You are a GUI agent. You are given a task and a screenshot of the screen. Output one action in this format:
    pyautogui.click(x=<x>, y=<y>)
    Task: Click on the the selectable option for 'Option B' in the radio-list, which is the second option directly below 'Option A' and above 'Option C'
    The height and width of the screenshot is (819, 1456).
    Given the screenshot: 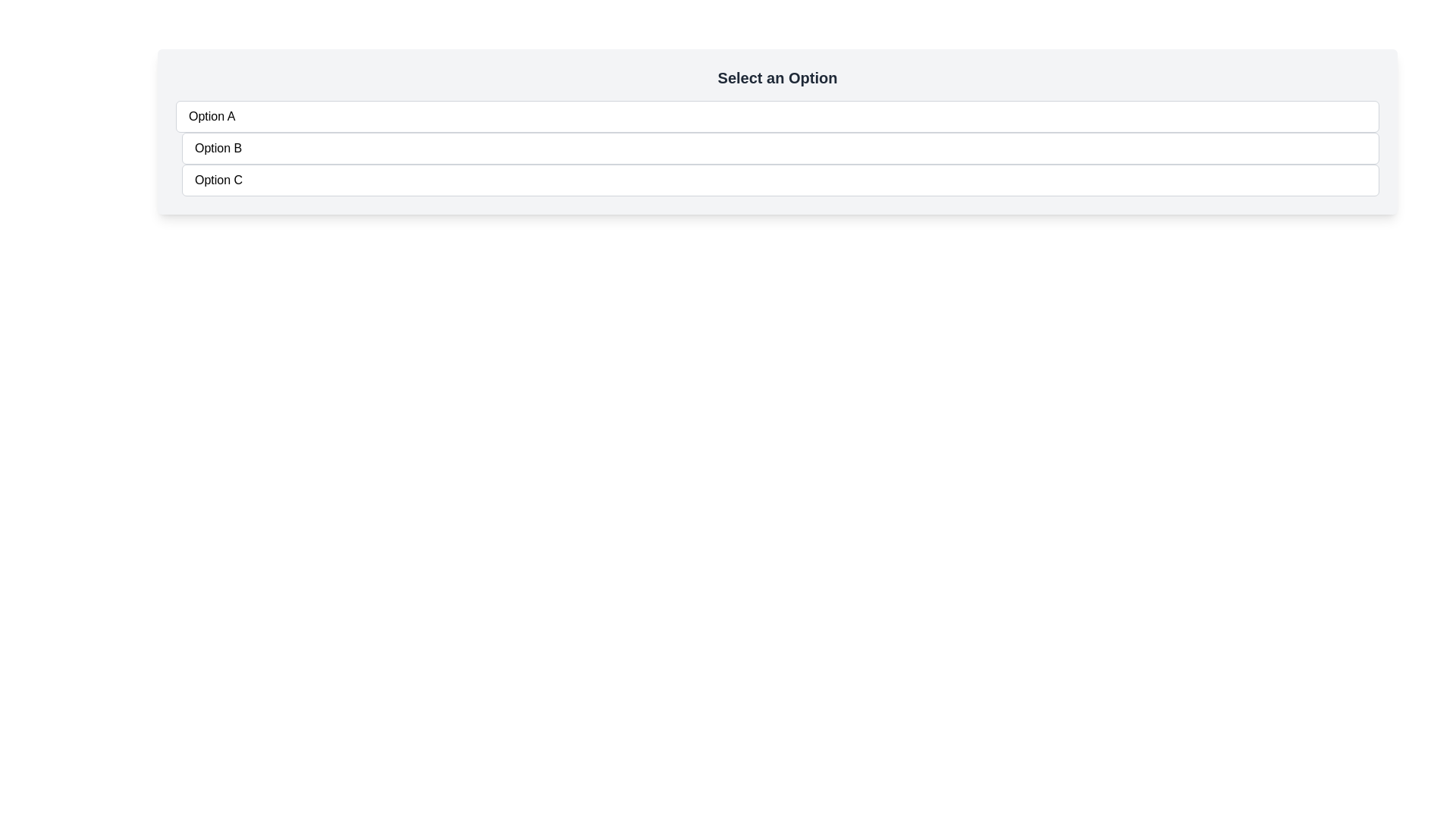 What is the action you would take?
    pyautogui.click(x=780, y=149)
    